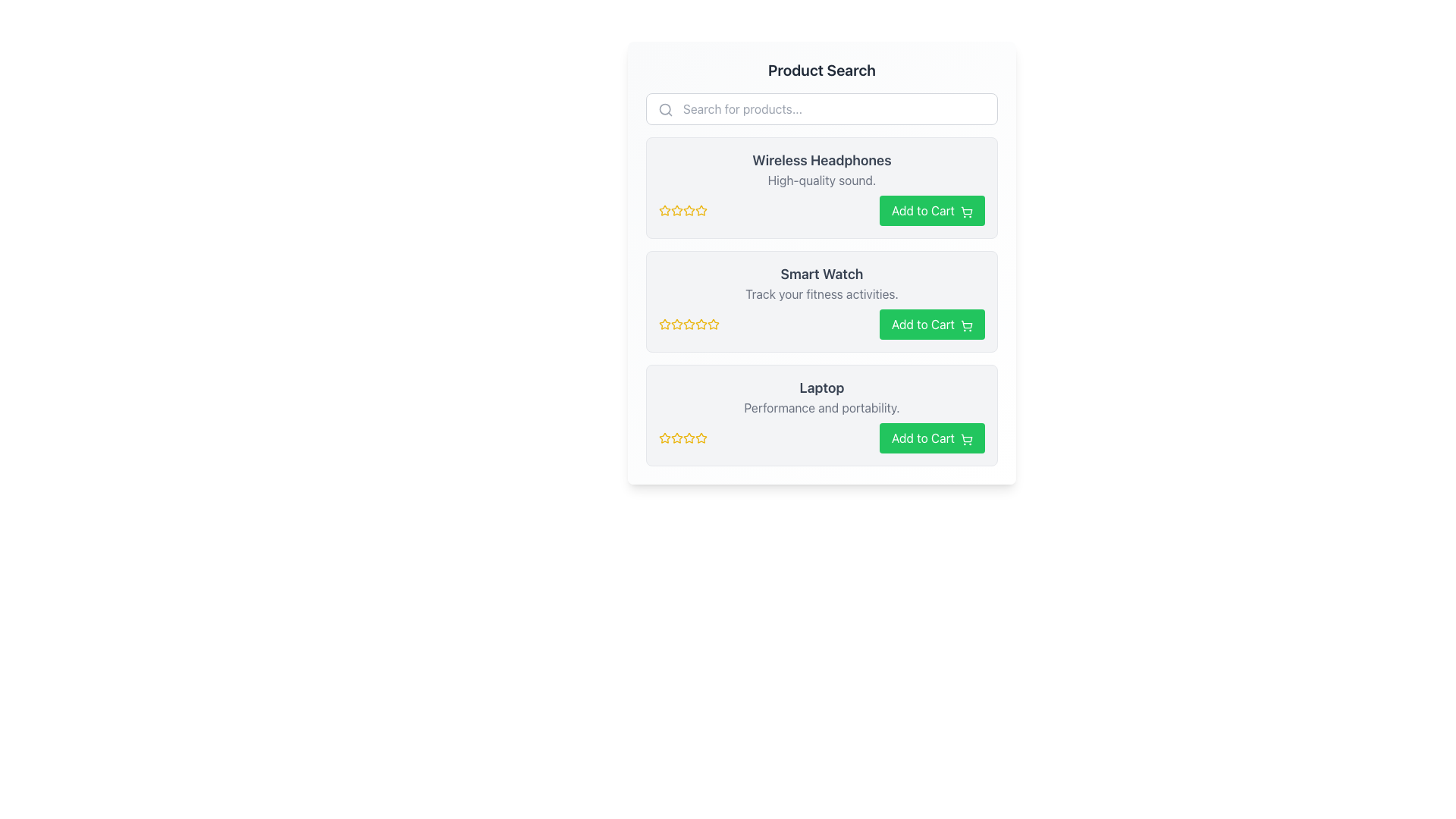 This screenshot has height=819, width=1456. Describe the element at coordinates (682, 438) in the screenshot. I see `the group of five yellow outlined star icons used for rating the 'Laptop' product` at that location.